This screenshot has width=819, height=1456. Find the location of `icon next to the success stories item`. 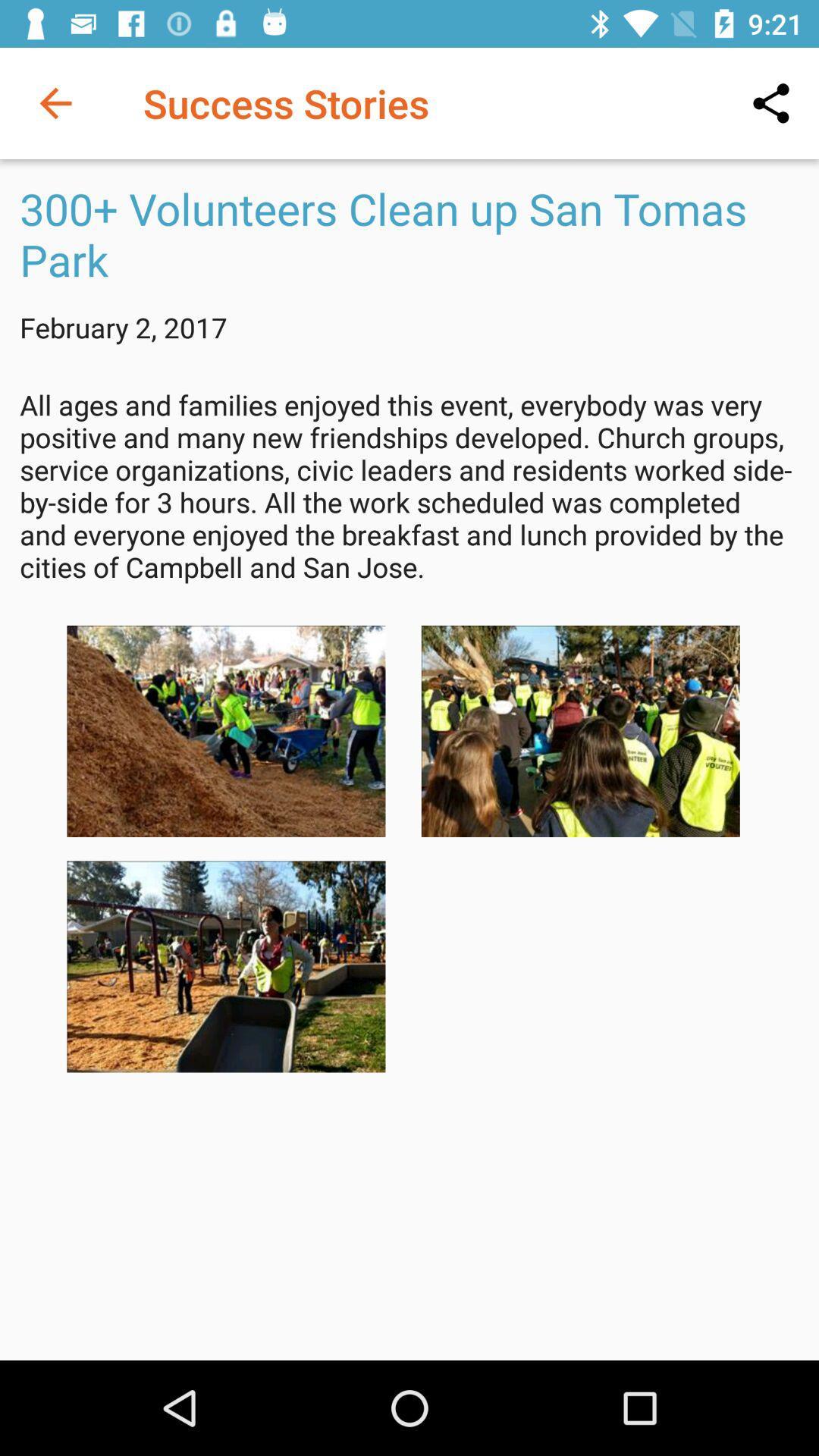

icon next to the success stories item is located at coordinates (55, 102).